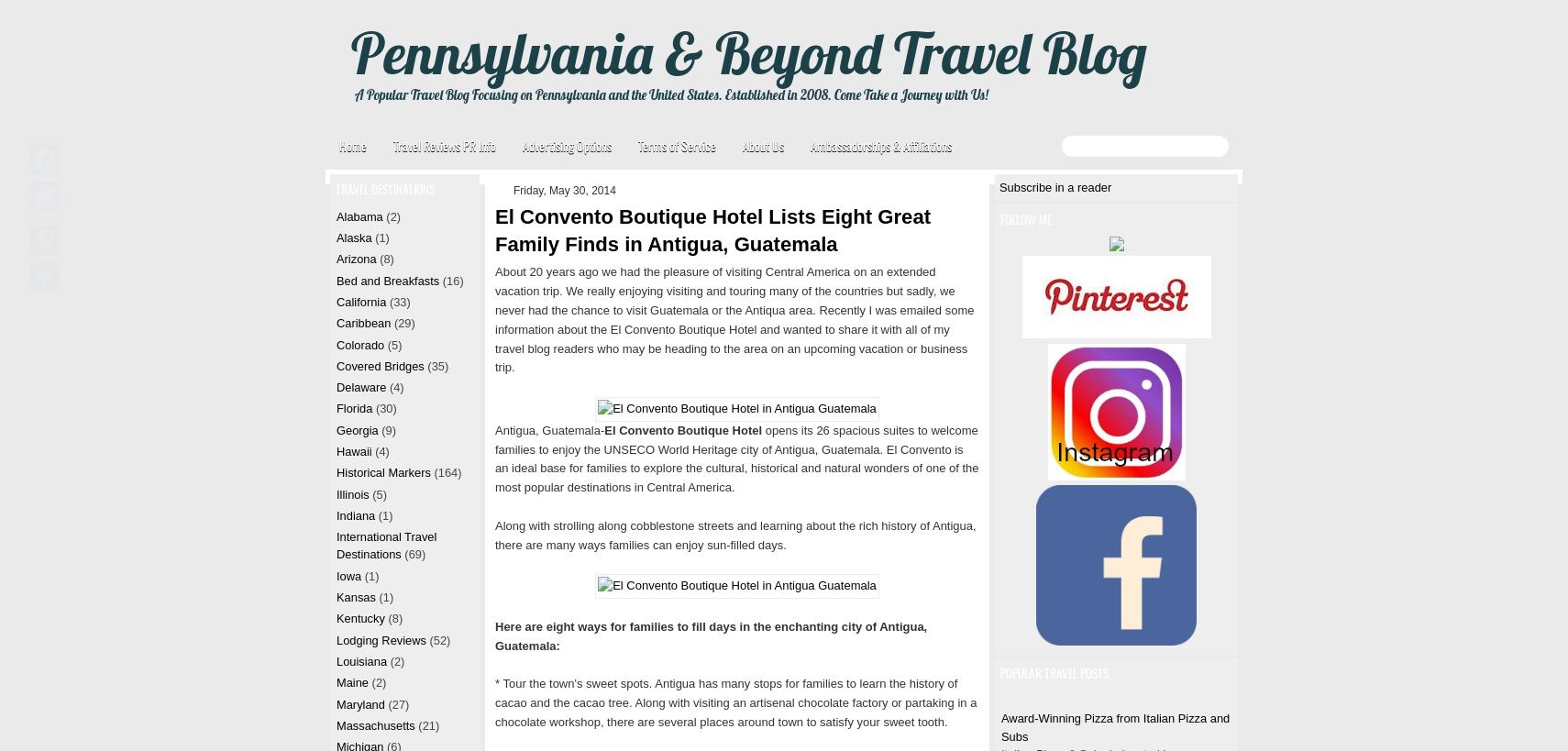  What do you see at coordinates (385, 545) in the screenshot?
I see `'International Travel Destinations'` at bounding box center [385, 545].